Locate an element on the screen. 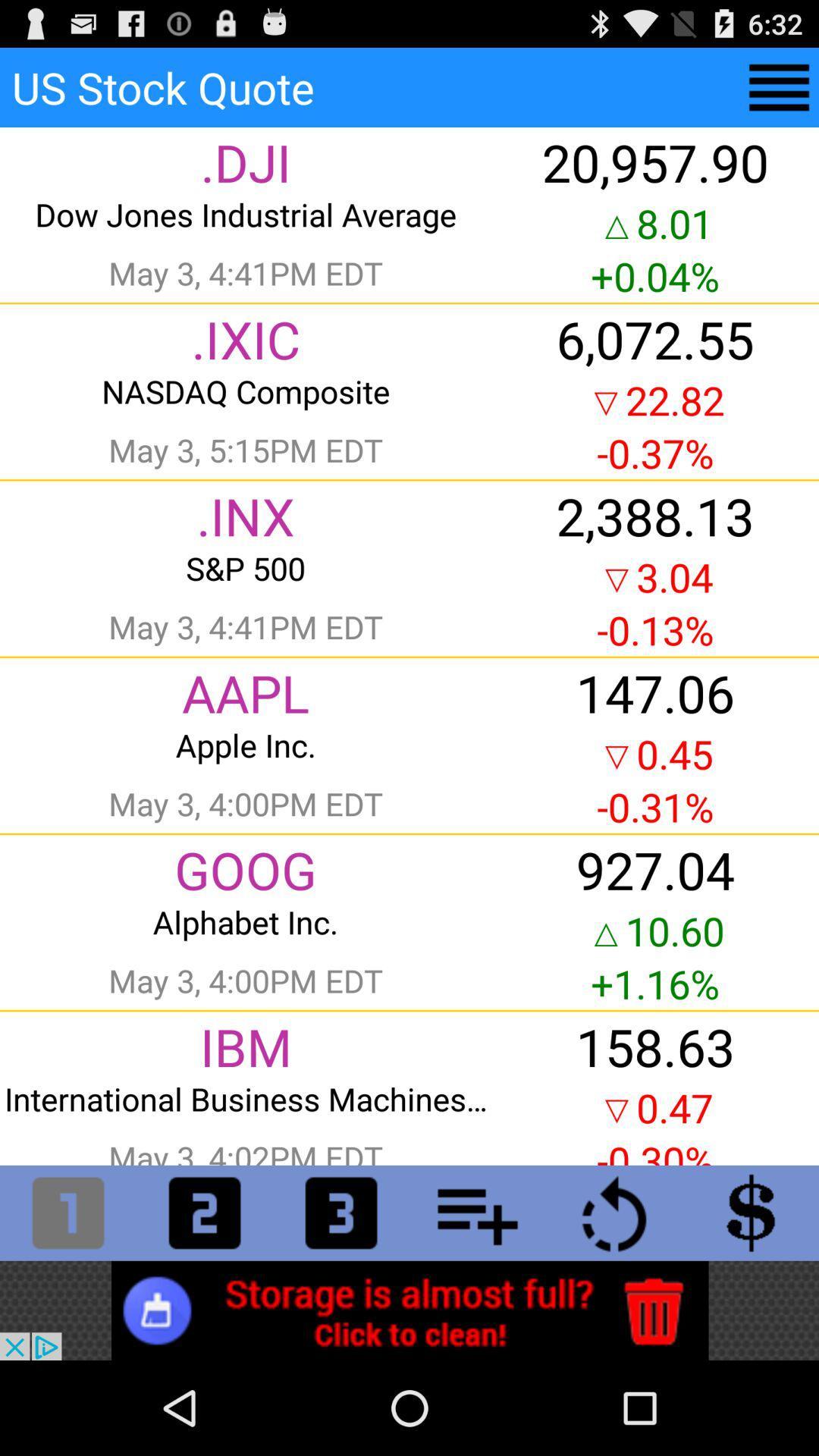 The width and height of the screenshot is (819, 1456). type is located at coordinates (341, 1212).